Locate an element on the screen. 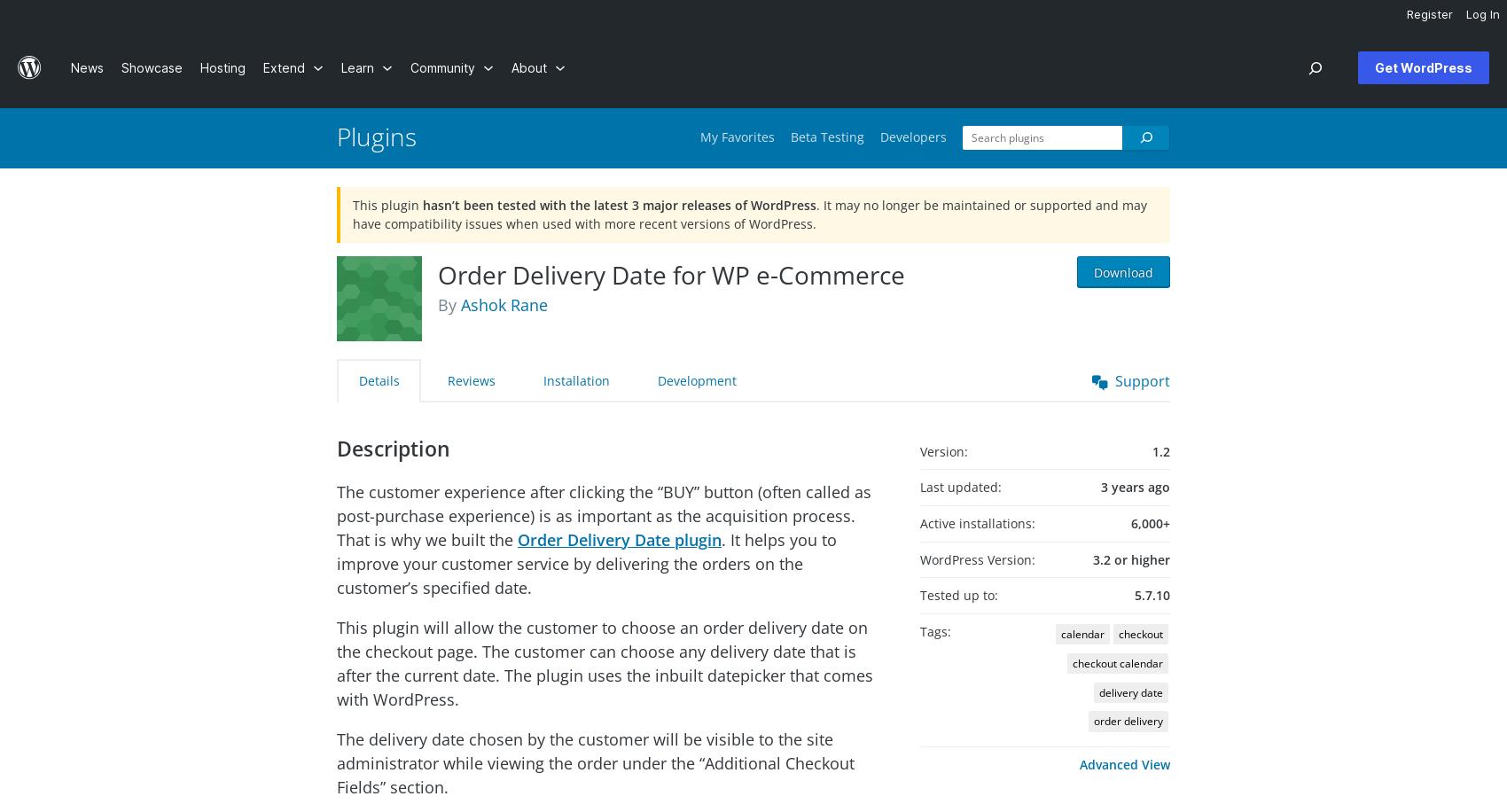  'Learn' is located at coordinates (356, 66).